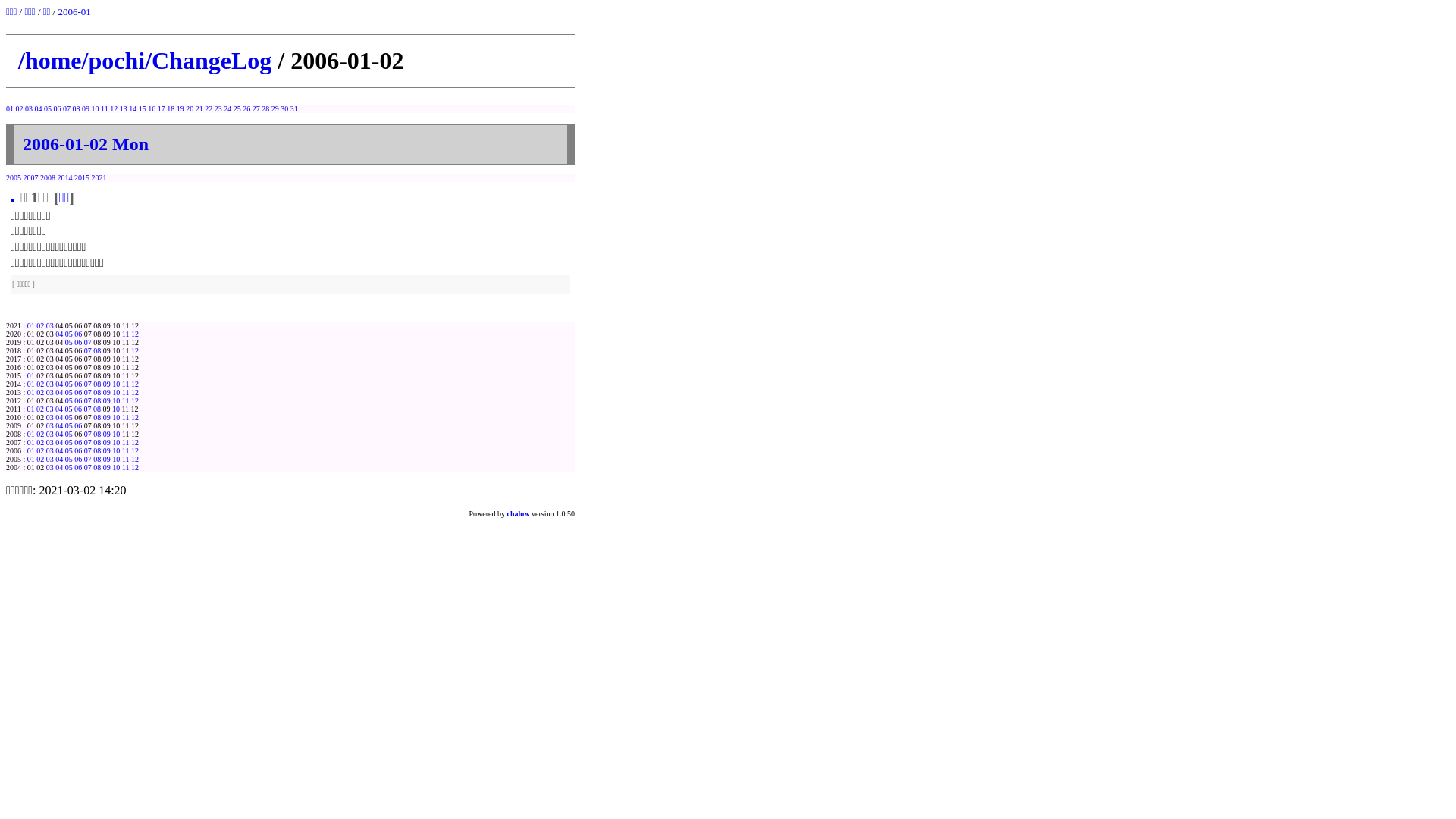 Image resolution: width=1456 pixels, height=819 pixels. I want to click on '07', so click(65, 108).